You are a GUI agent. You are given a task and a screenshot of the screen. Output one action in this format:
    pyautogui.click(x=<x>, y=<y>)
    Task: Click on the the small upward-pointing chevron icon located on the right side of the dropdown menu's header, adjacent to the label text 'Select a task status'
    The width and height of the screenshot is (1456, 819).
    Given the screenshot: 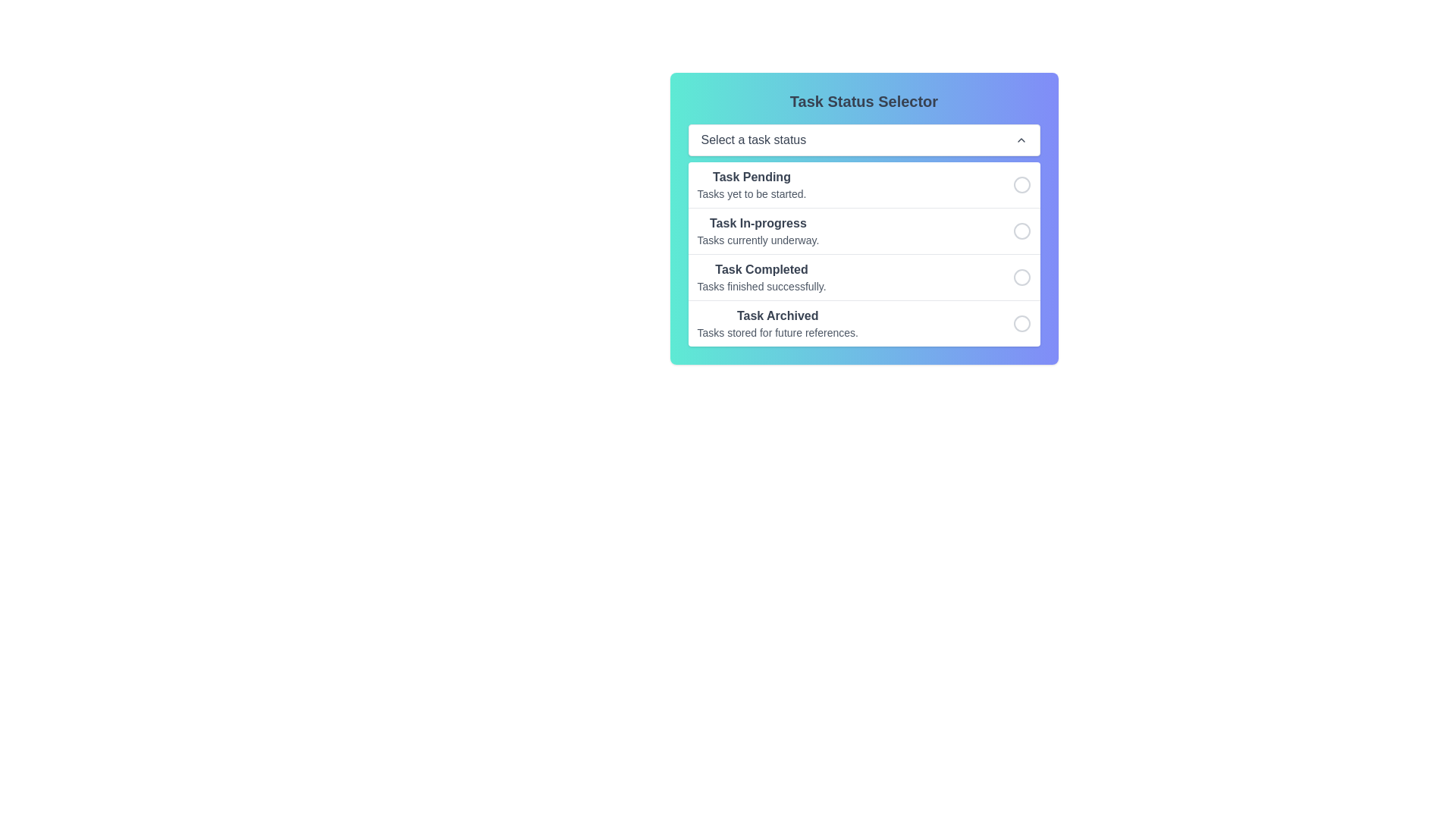 What is the action you would take?
    pyautogui.click(x=1021, y=140)
    